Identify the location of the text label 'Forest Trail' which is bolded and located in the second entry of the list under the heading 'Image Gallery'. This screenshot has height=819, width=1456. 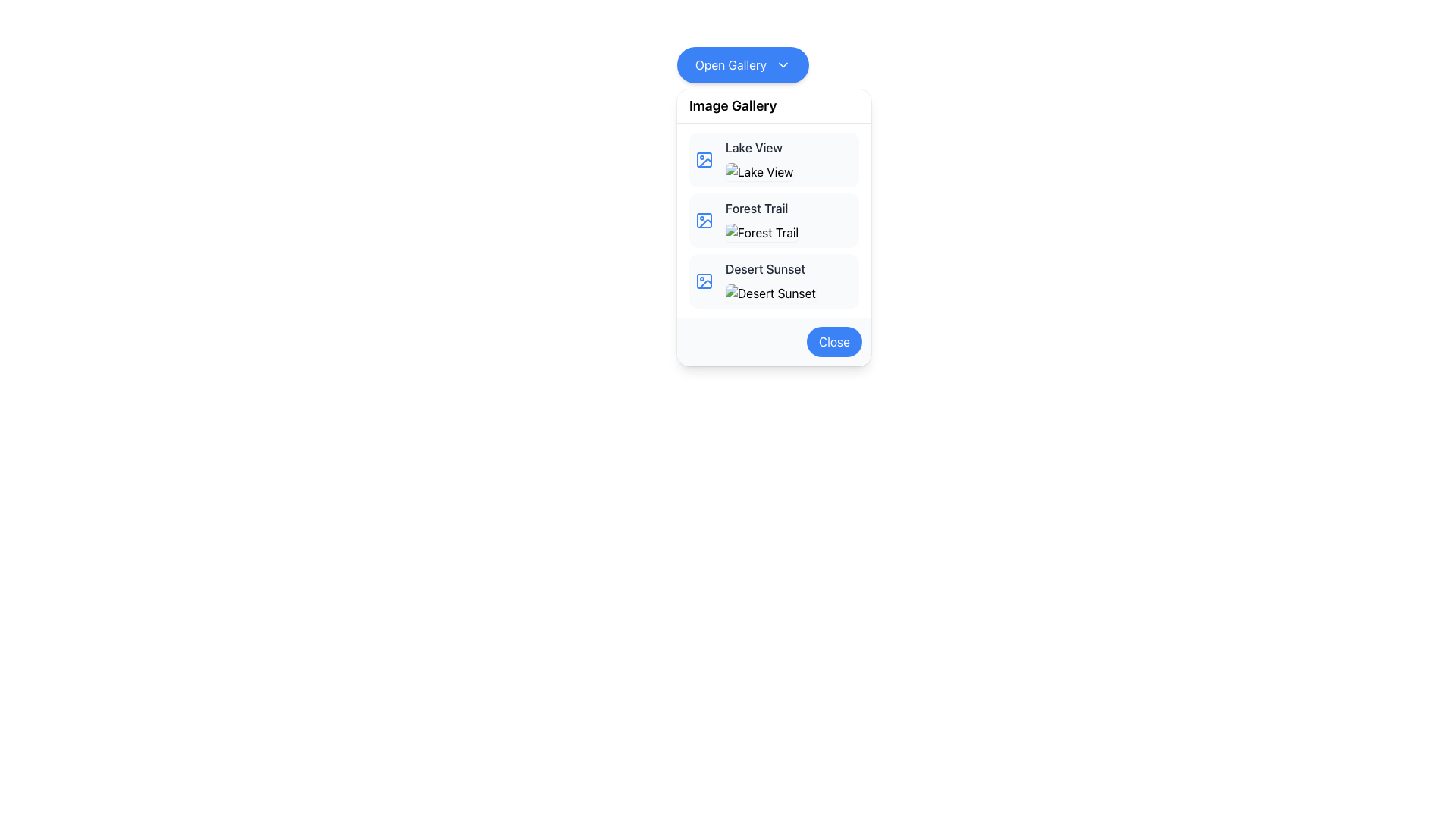
(762, 208).